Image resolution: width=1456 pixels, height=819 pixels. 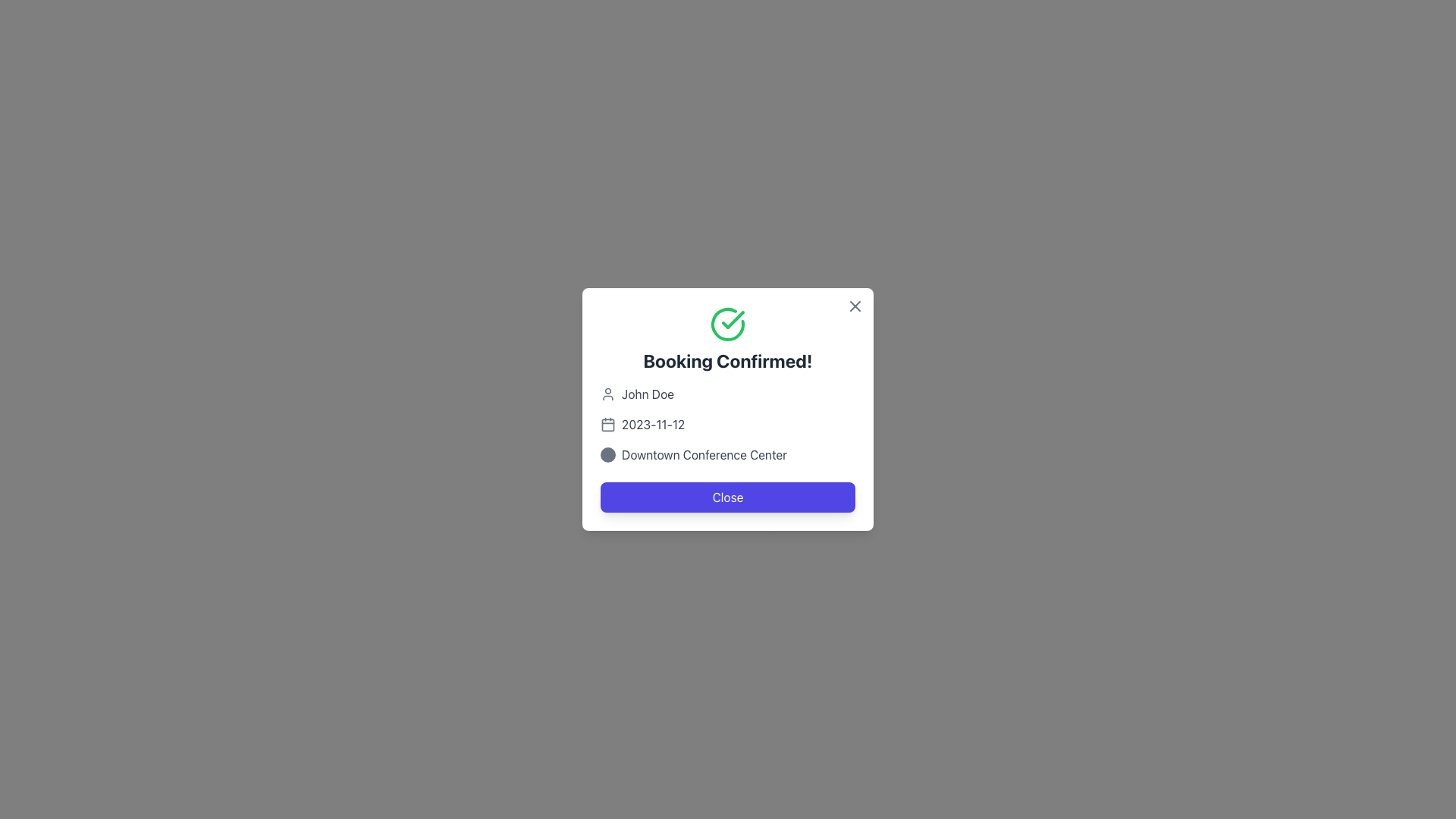 I want to click on the user profile icon, which is a minimalistic gray circular head and oval shoulders, located to the left of the text 'John Doe', so click(x=607, y=394).